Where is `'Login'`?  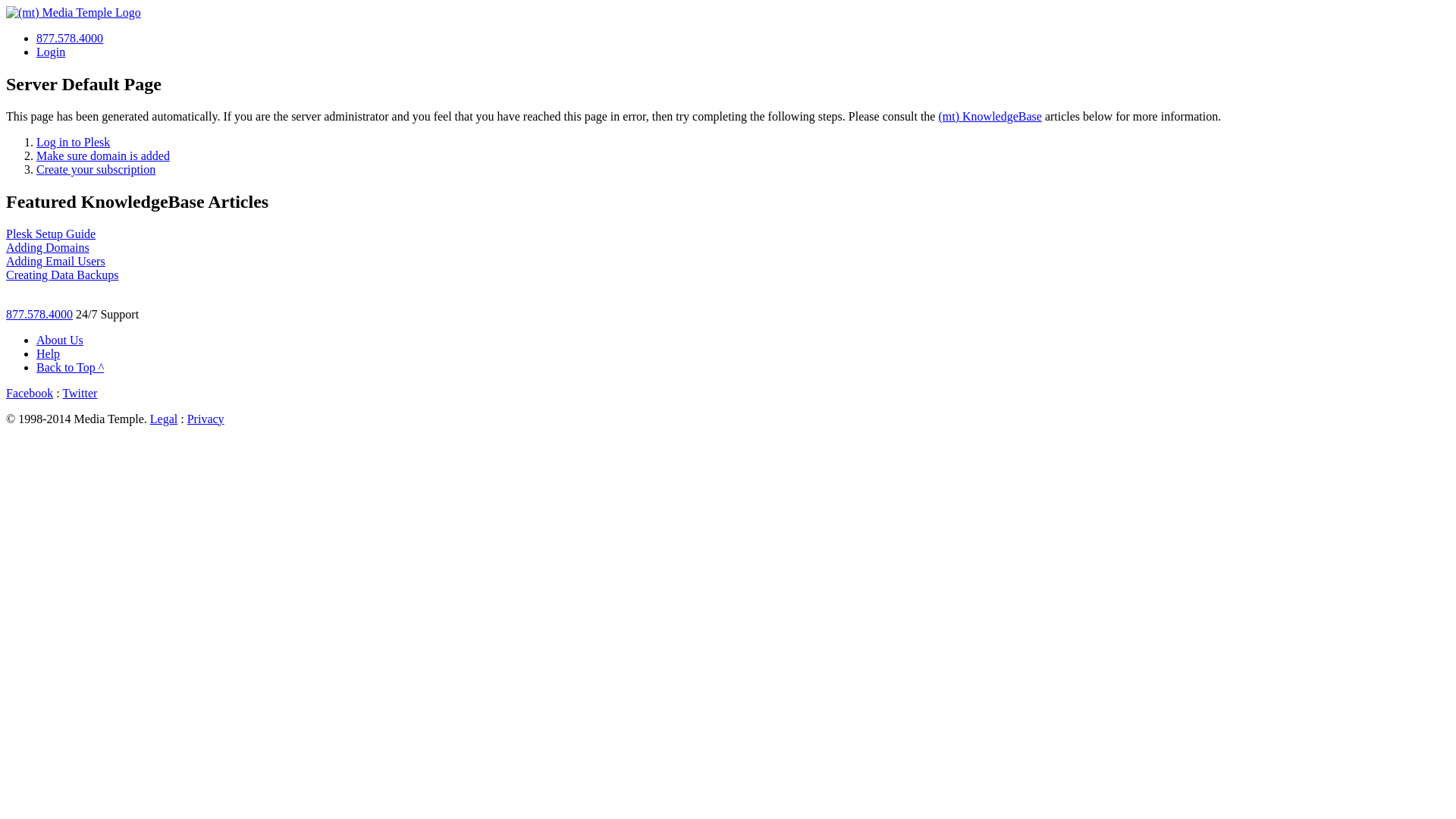 'Login' is located at coordinates (51, 51).